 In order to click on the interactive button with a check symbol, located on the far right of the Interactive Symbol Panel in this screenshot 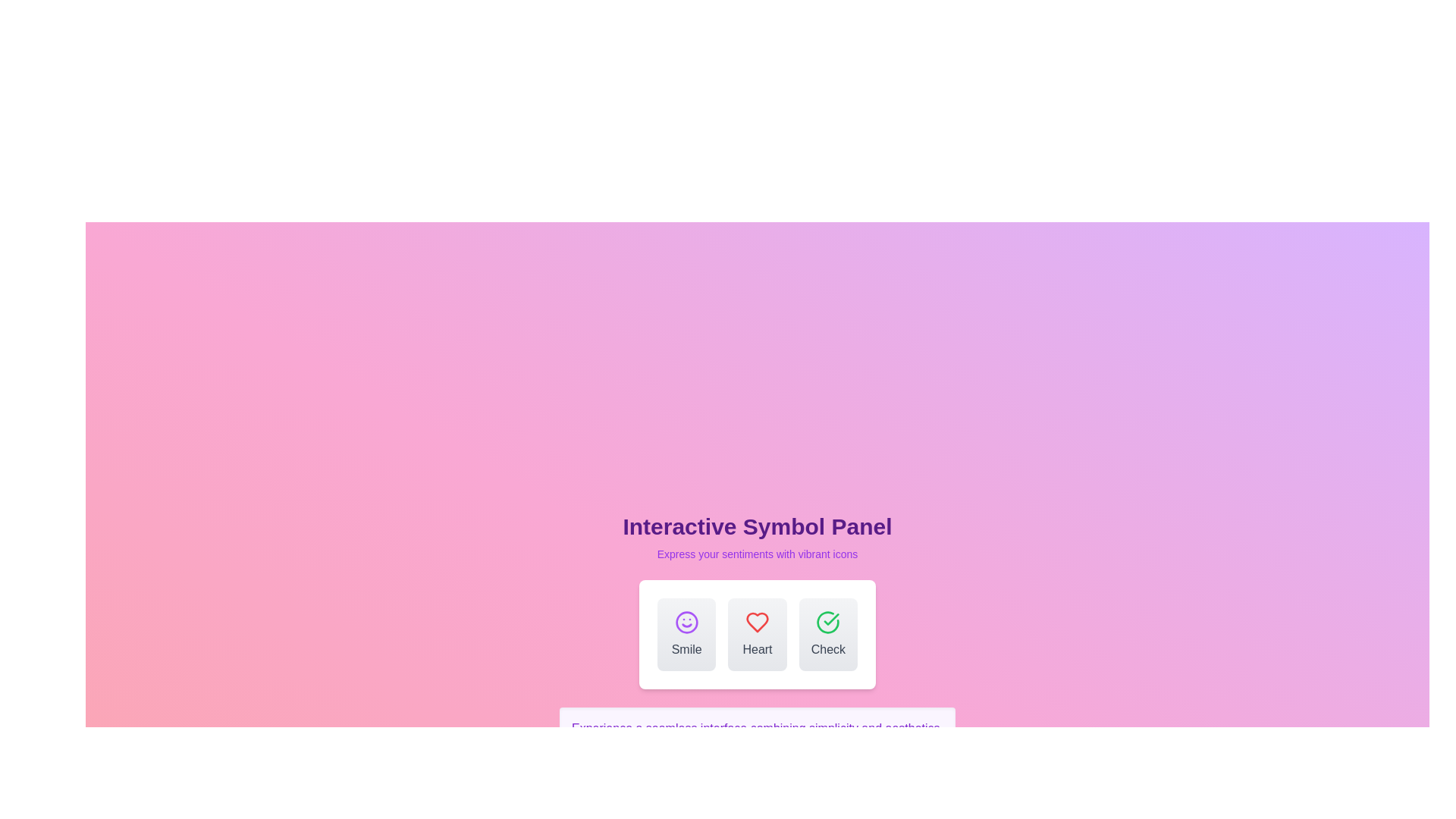, I will do `click(827, 635)`.